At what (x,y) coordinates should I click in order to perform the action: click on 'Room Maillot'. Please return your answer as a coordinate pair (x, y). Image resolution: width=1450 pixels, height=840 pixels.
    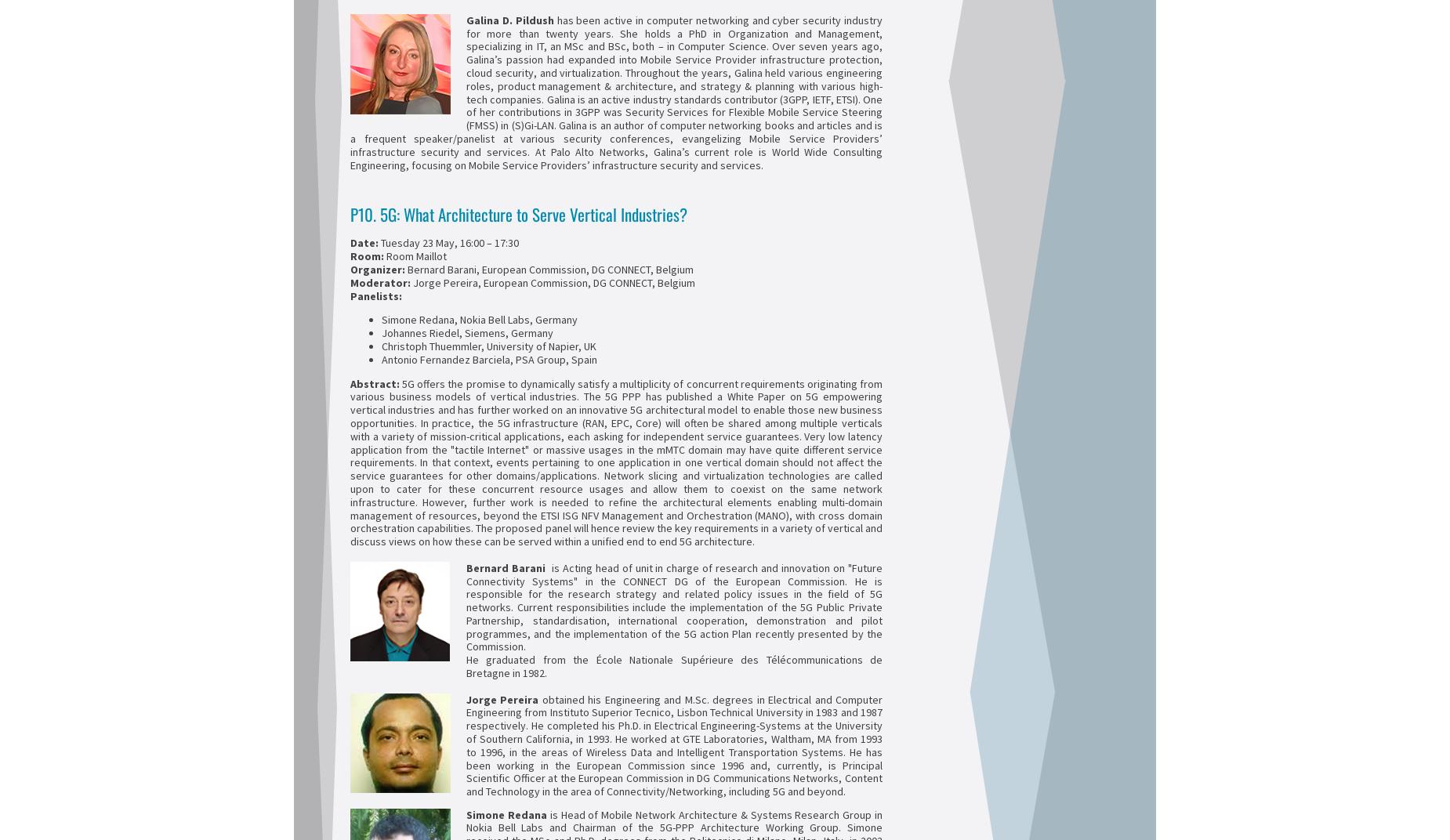
    Looking at the image, I should click on (415, 255).